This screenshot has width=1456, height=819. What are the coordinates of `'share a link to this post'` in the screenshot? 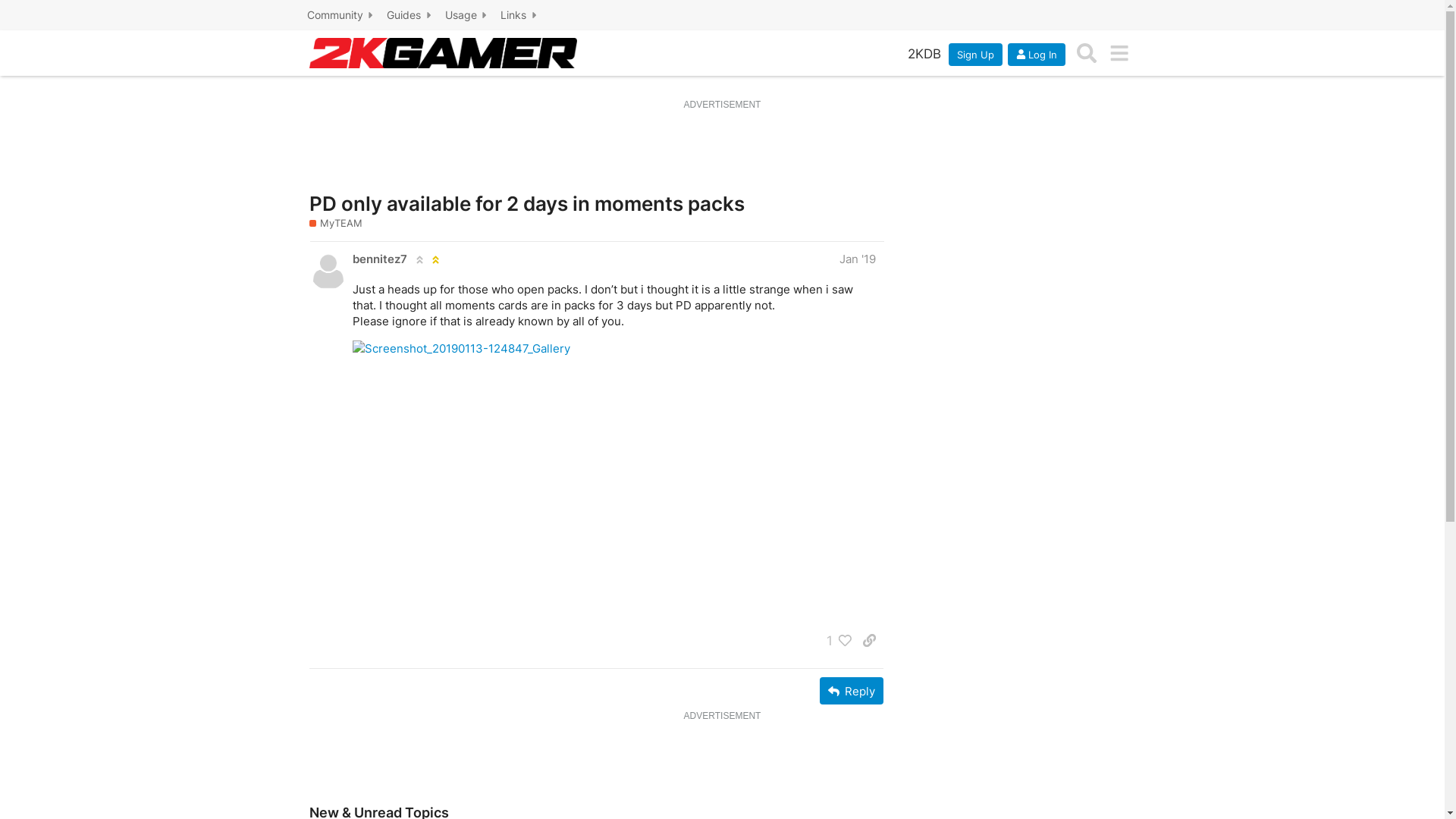 It's located at (869, 640).